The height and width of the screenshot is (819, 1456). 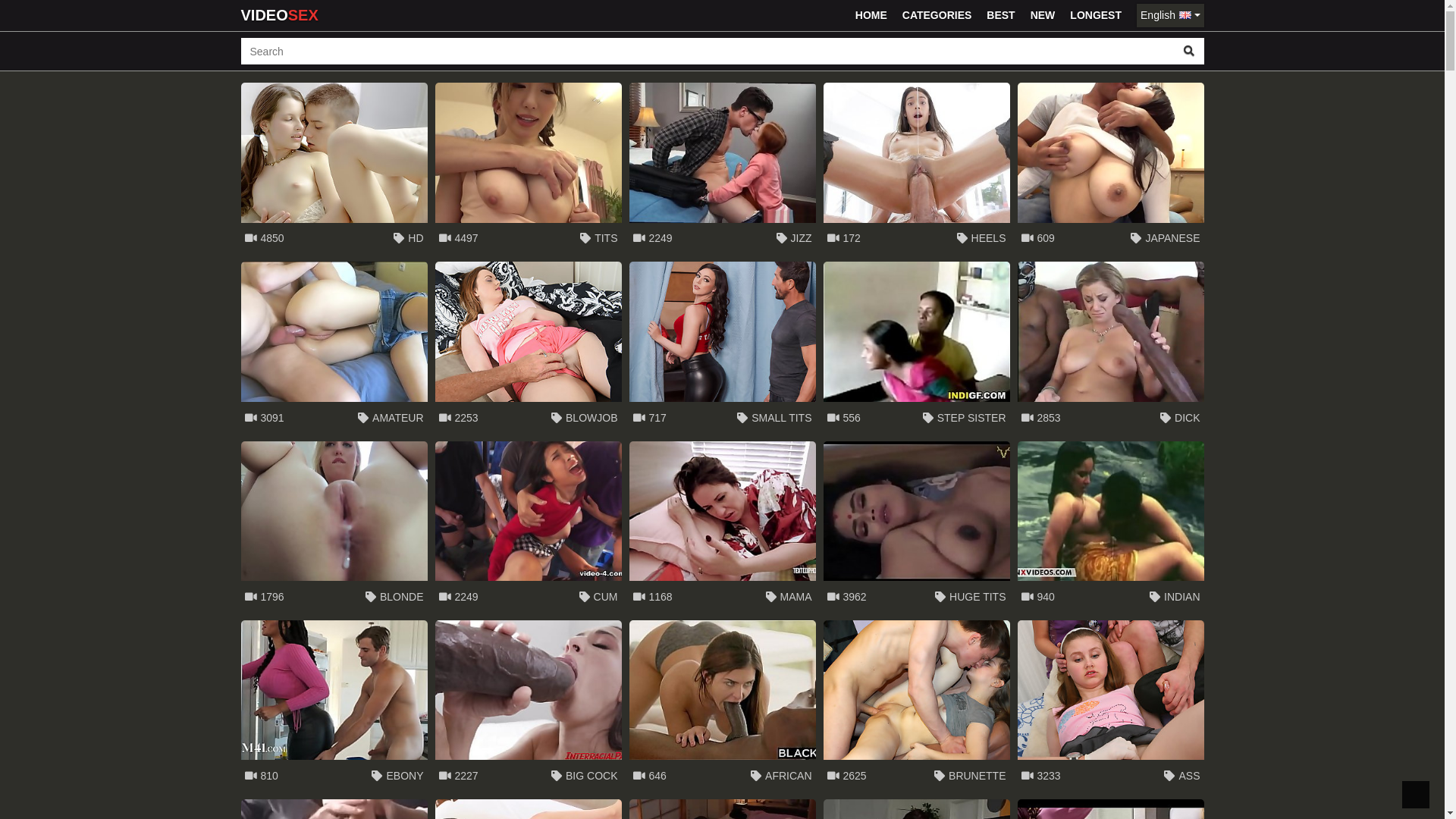 What do you see at coordinates (1110, 526) in the screenshot?
I see `'940` at bounding box center [1110, 526].